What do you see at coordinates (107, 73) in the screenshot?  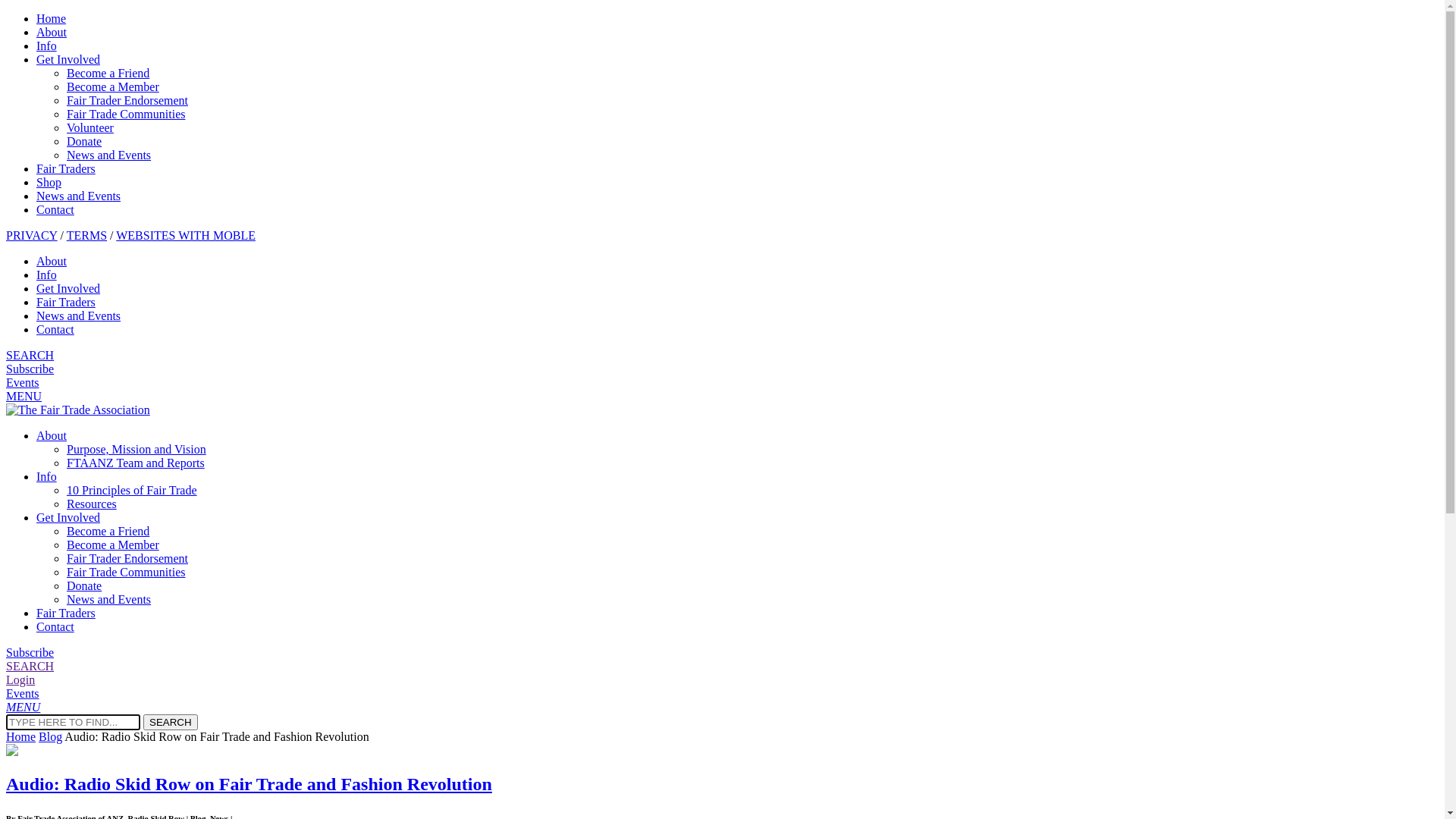 I see `'Become a Friend'` at bounding box center [107, 73].